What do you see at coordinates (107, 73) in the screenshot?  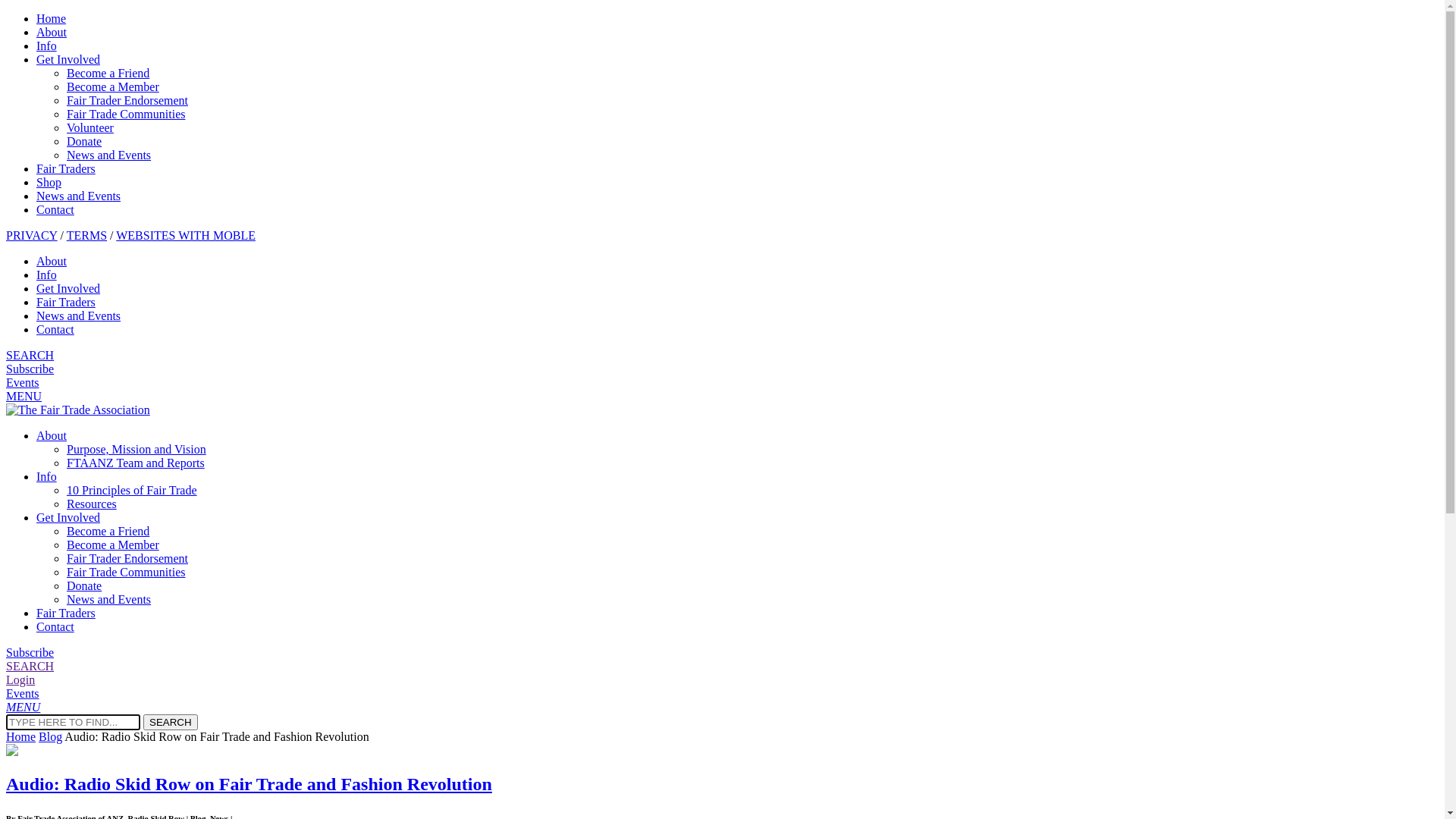 I see `'Become a Friend'` at bounding box center [107, 73].